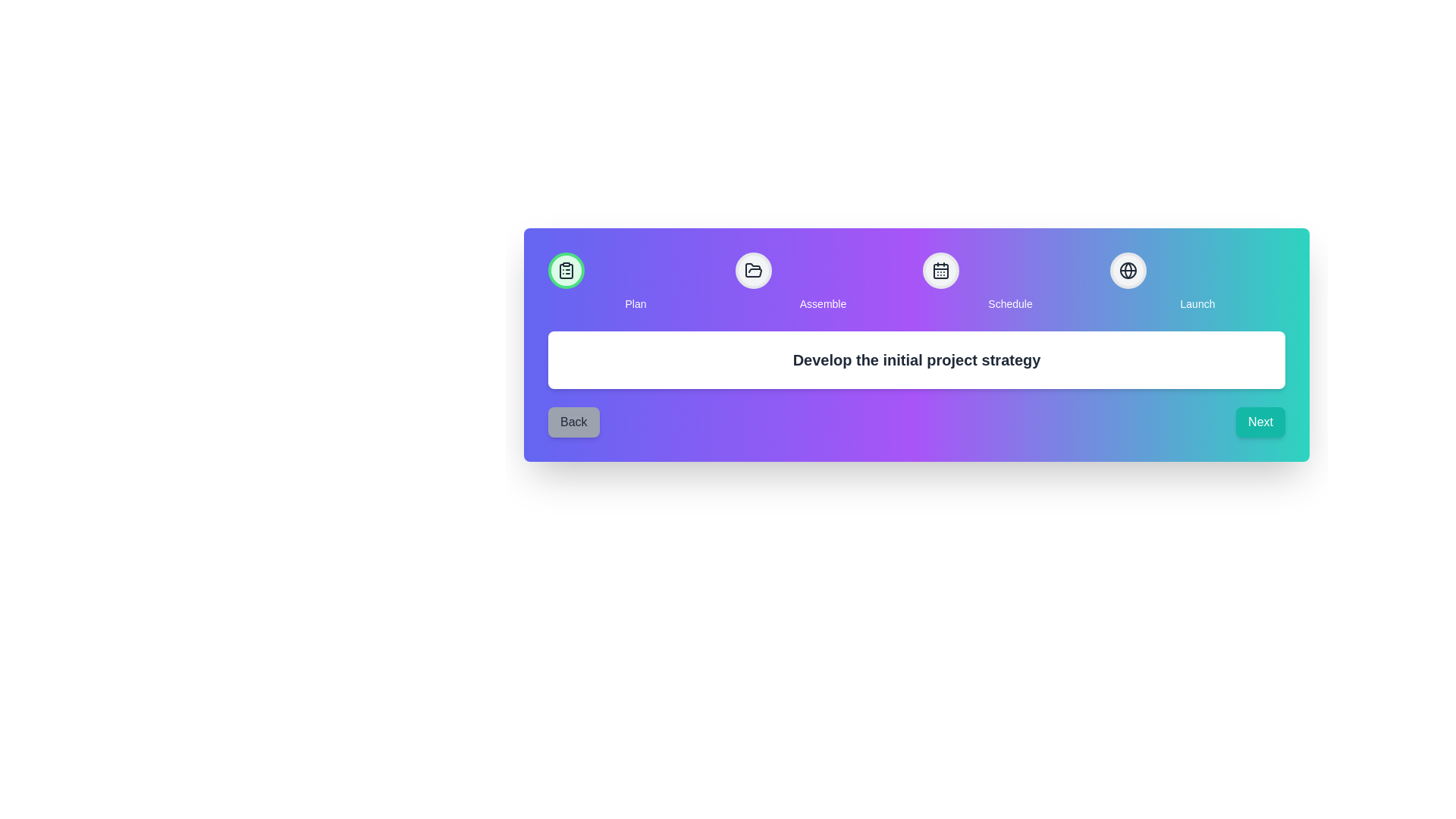 The width and height of the screenshot is (1456, 819). Describe the element at coordinates (940, 270) in the screenshot. I see `the step Schedule to interact with it` at that location.